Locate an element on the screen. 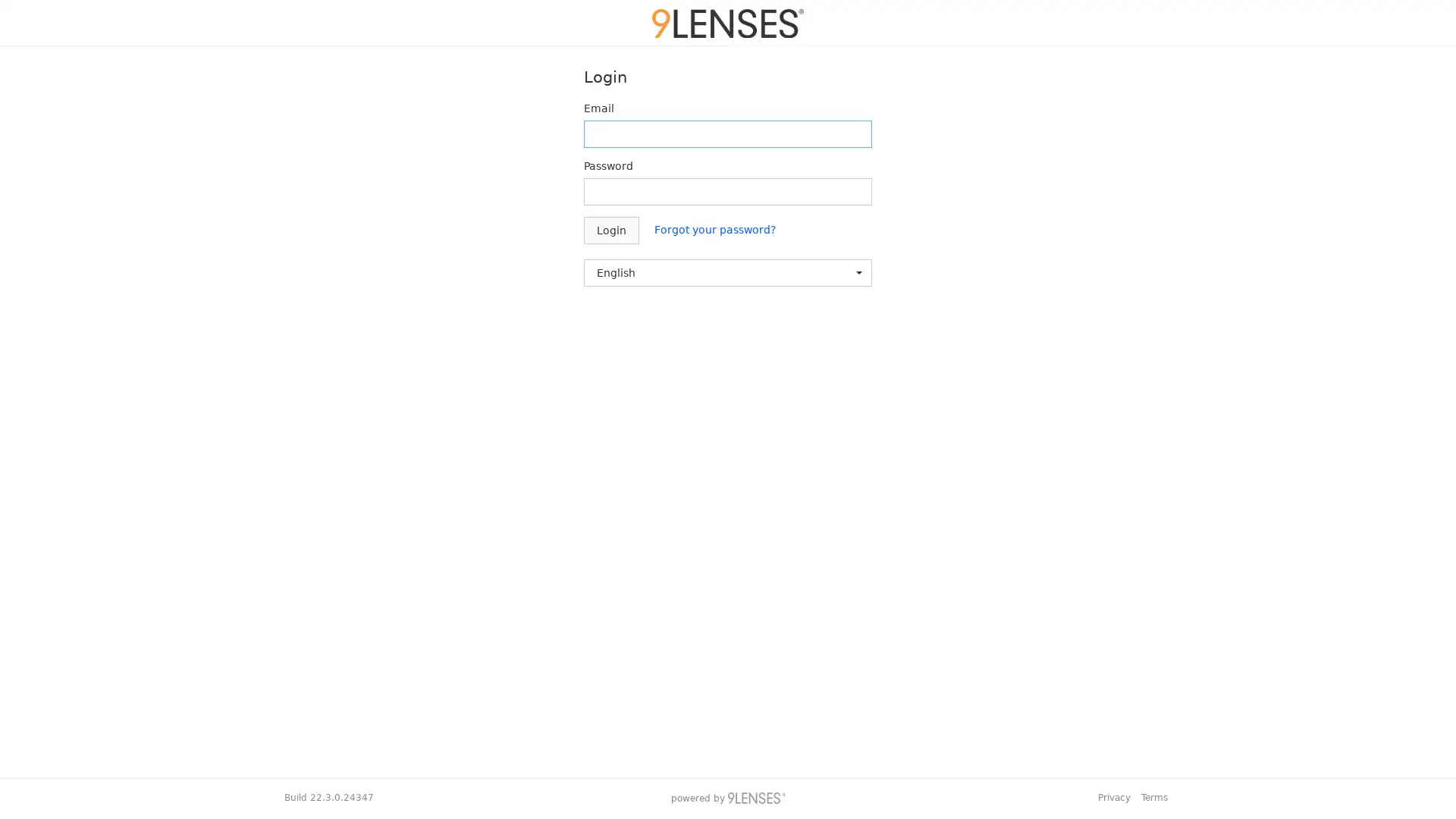 This screenshot has width=1456, height=819. Login is located at coordinates (611, 231).